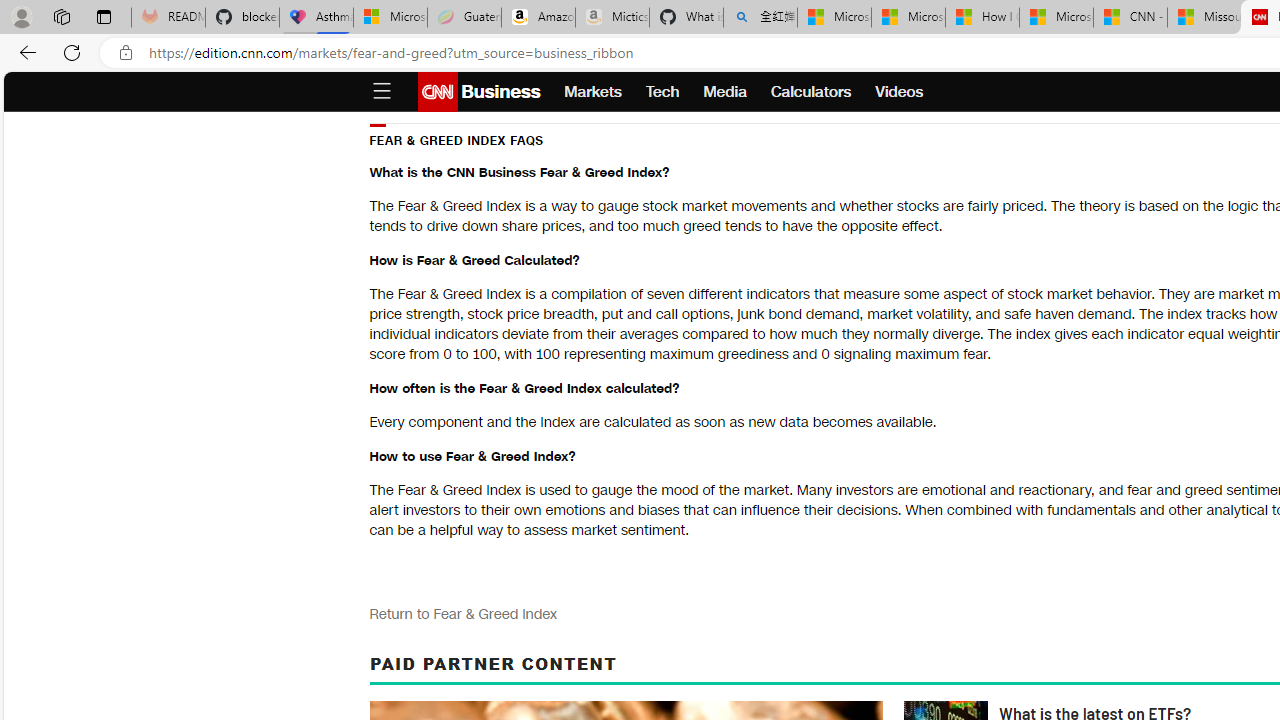 Image resolution: width=1280 pixels, height=720 pixels. I want to click on 'Return to Fear & Greed Index', so click(461, 613).